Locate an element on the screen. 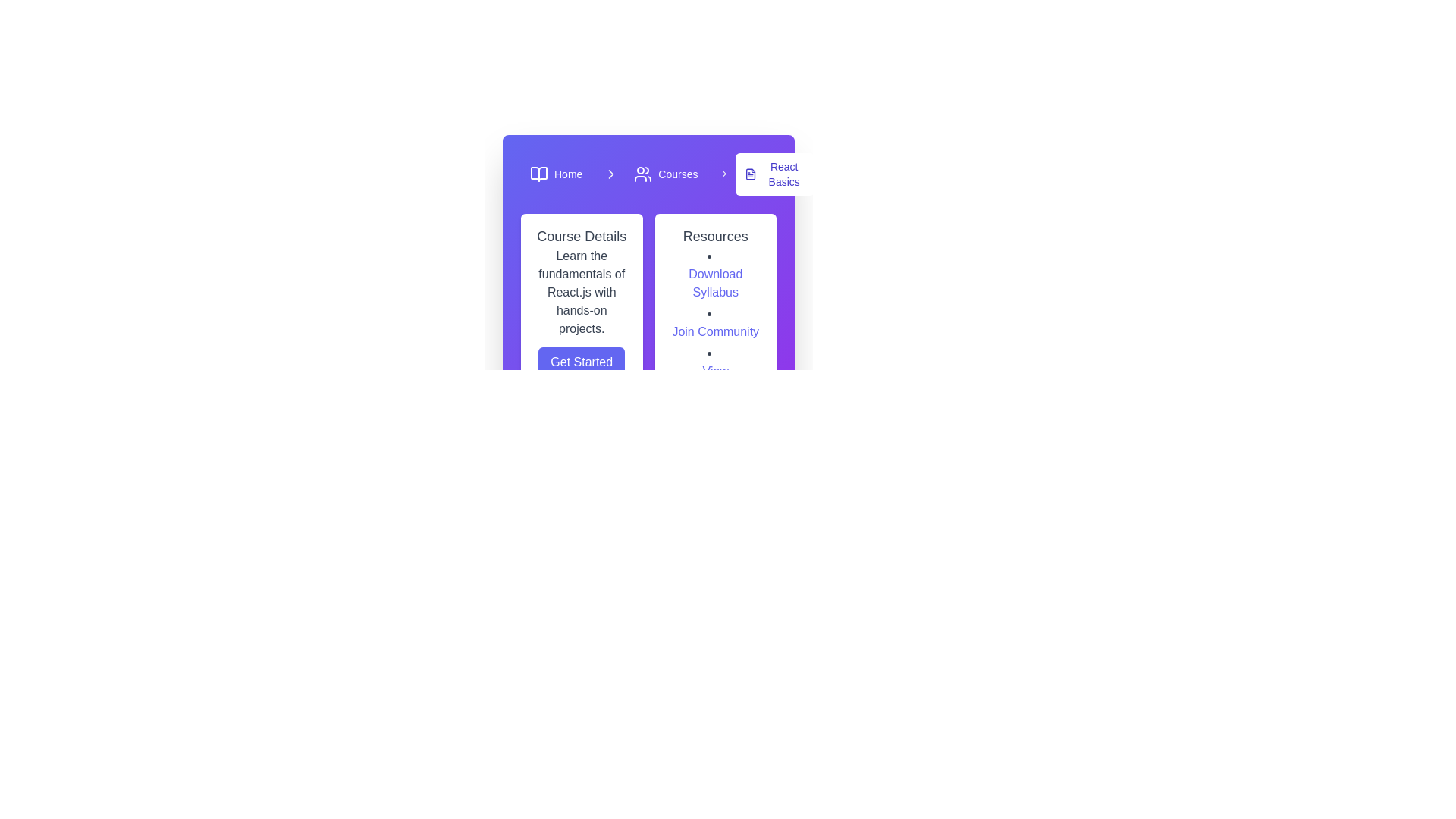 The height and width of the screenshot is (819, 1456). text label displaying 'Learn the fundamentals of React.js with hands-on projects.' located in the Course Details card is located at coordinates (581, 292).